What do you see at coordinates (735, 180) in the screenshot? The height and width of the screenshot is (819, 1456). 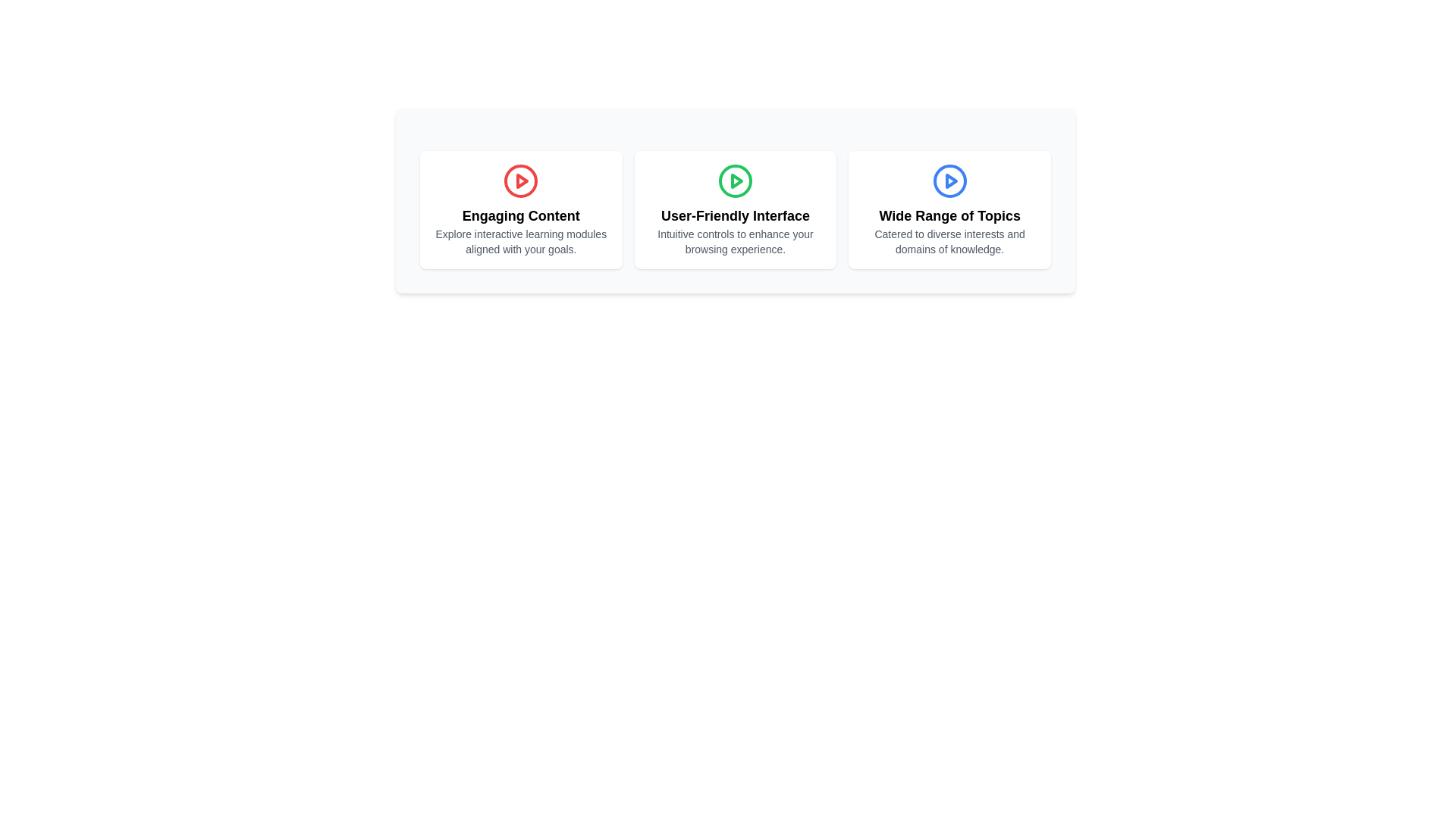 I see `the circular play button icon with a green outline and a triangular play symbol at the center, located above the 'User-Friendly Interface' title` at bounding box center [735, 180].